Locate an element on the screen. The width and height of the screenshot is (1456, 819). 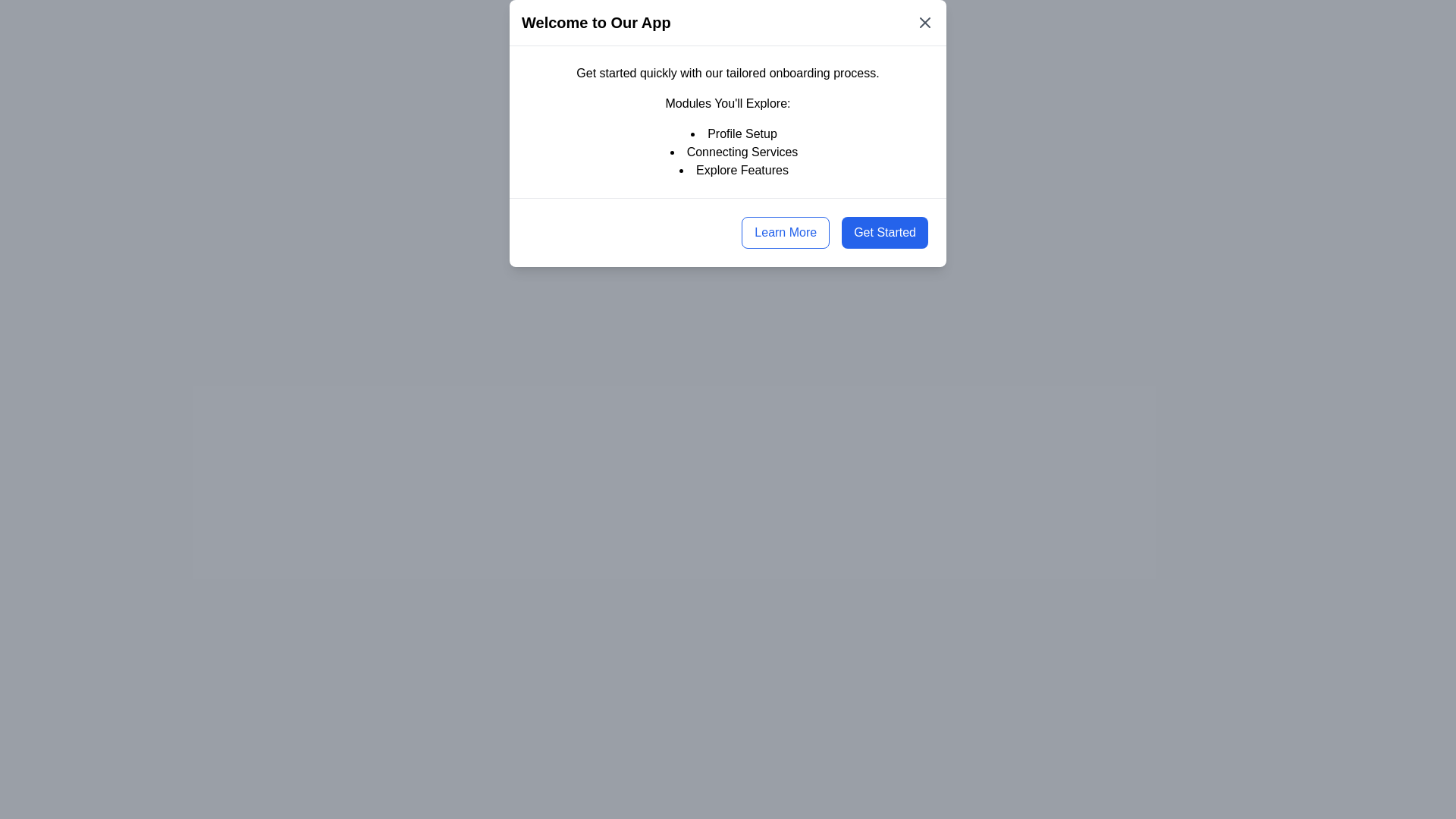
text label 'Explore Features' which is the third item in a bulleted list within the dialog box titled 'Welcome to Our App' is located at coordinates (734, 170).